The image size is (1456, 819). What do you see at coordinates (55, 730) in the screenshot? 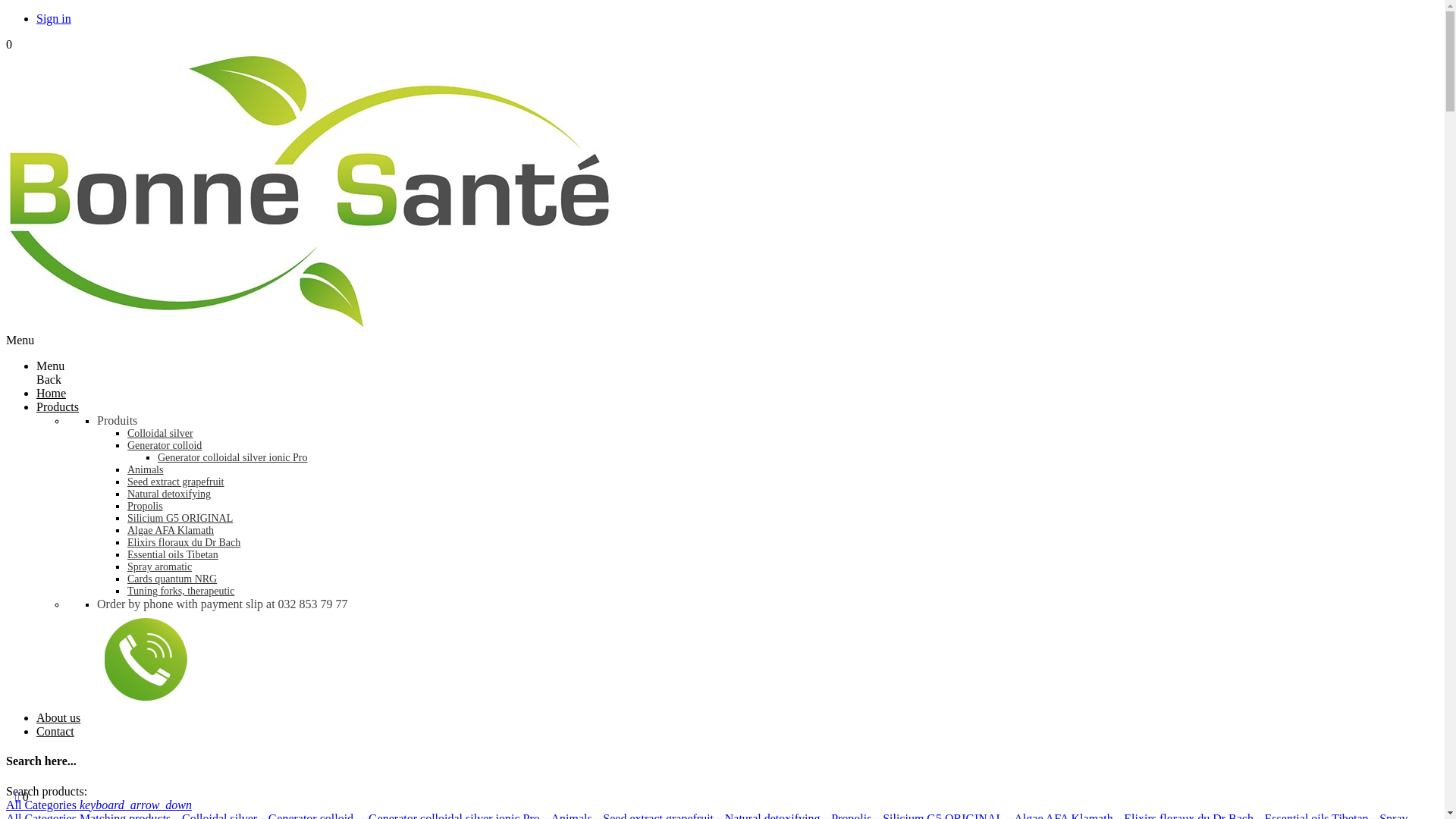
I see `'Contact'` at bounding box center [55, 730].